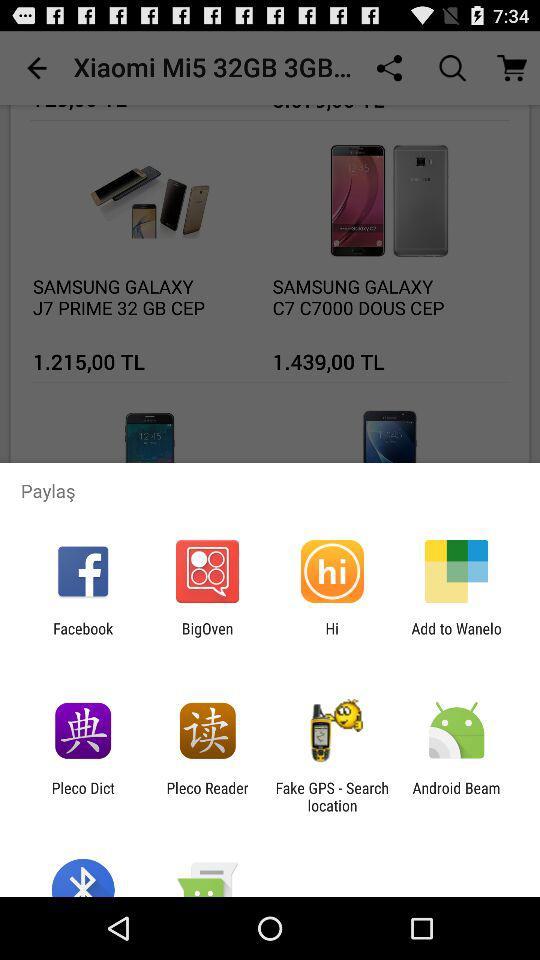 Image resolution: width=540 pixels, height=960 pixels. Describe the element at coordinates (82, 636) in the screenshot. I see `facebook icon` at that location.